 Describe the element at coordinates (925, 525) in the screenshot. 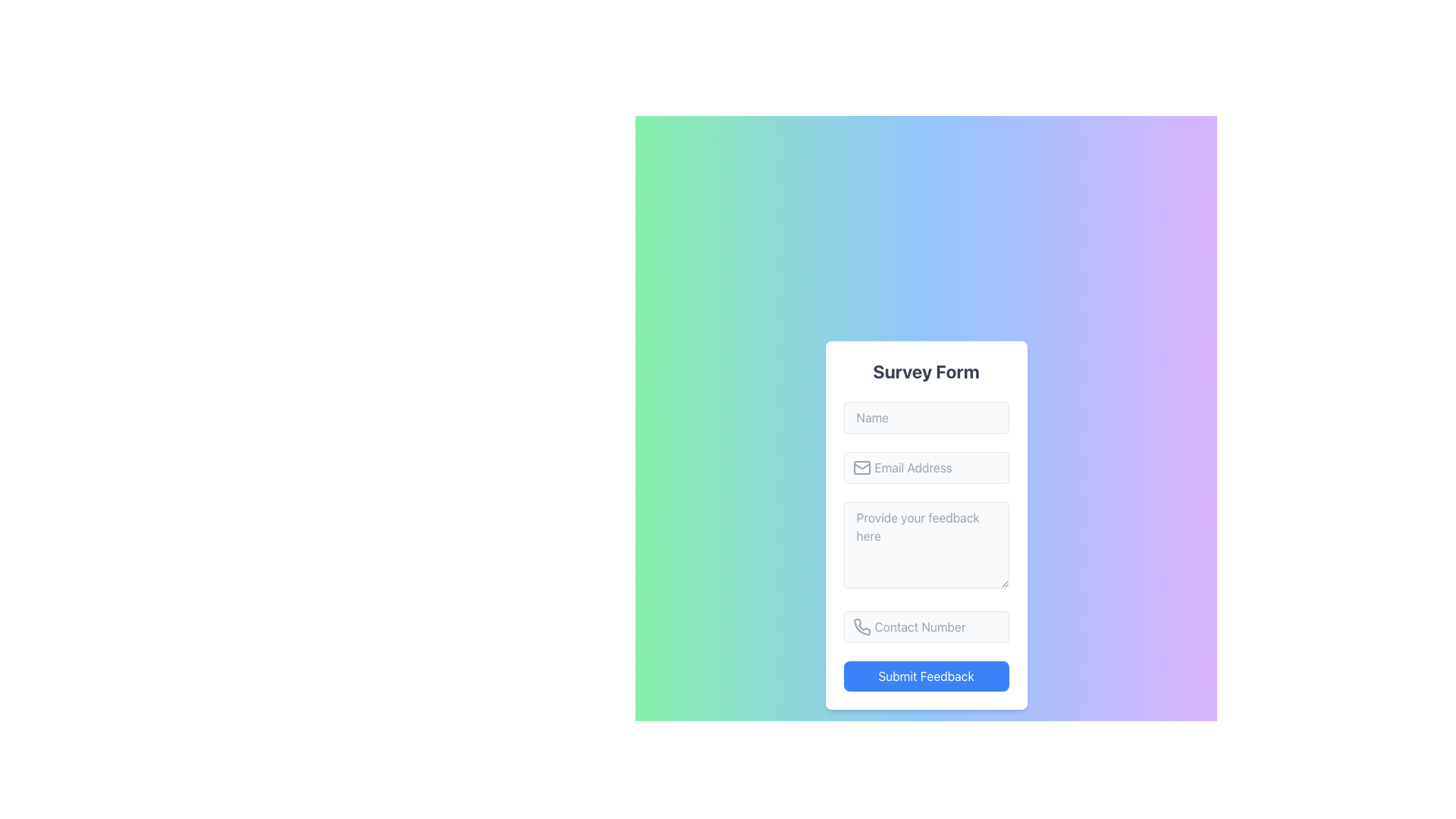

I see `the input fields of the 'Survey Form' which is a white form box with rounded corners and multiple input fields including 'Name', 'Email Address', and 'Contact Number'` at that location.